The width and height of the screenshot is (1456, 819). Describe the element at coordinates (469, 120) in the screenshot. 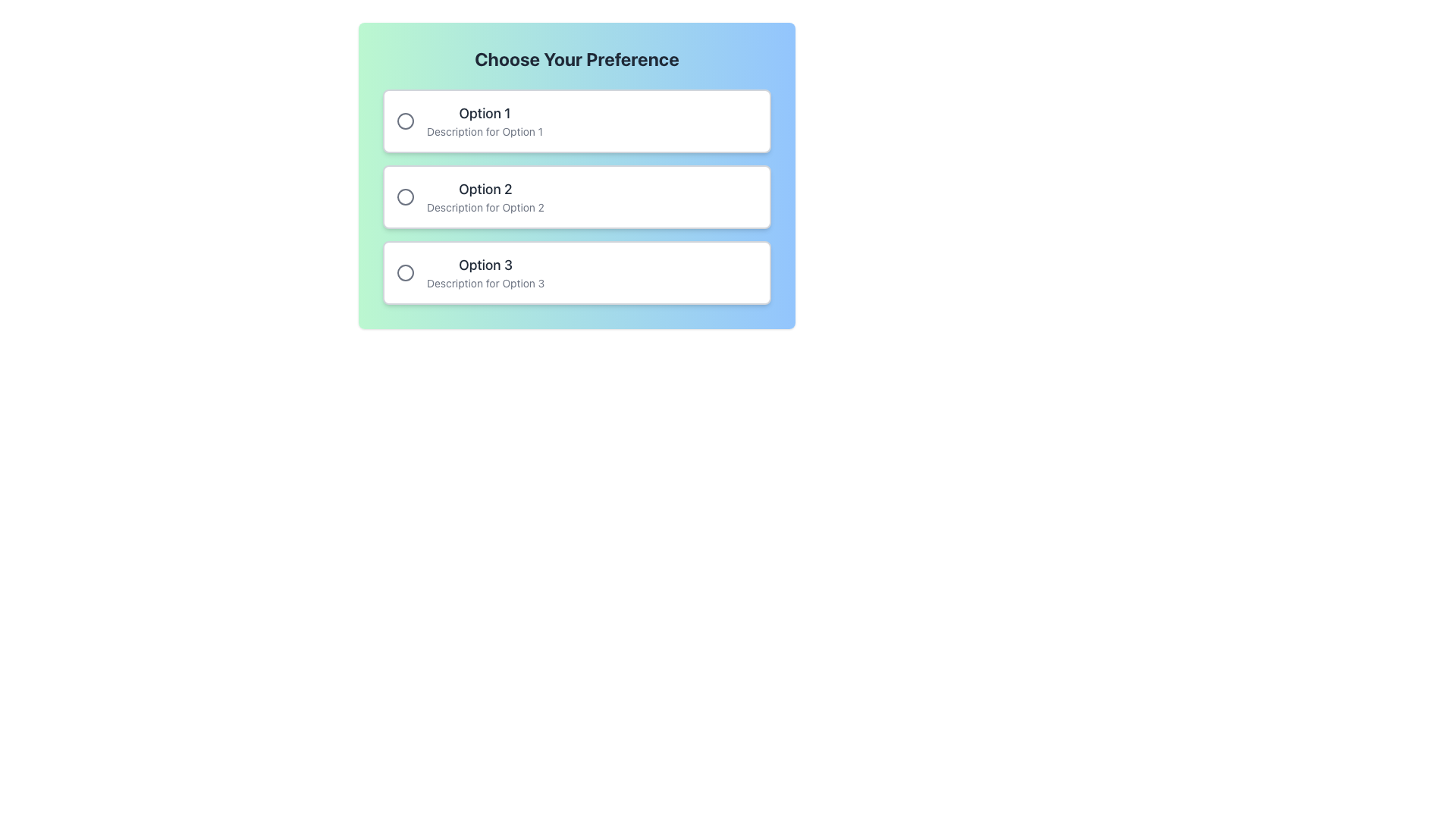

I see `the first selectable option (radio button) in the list located under the 'Choose Your Preference' heading` at that location.